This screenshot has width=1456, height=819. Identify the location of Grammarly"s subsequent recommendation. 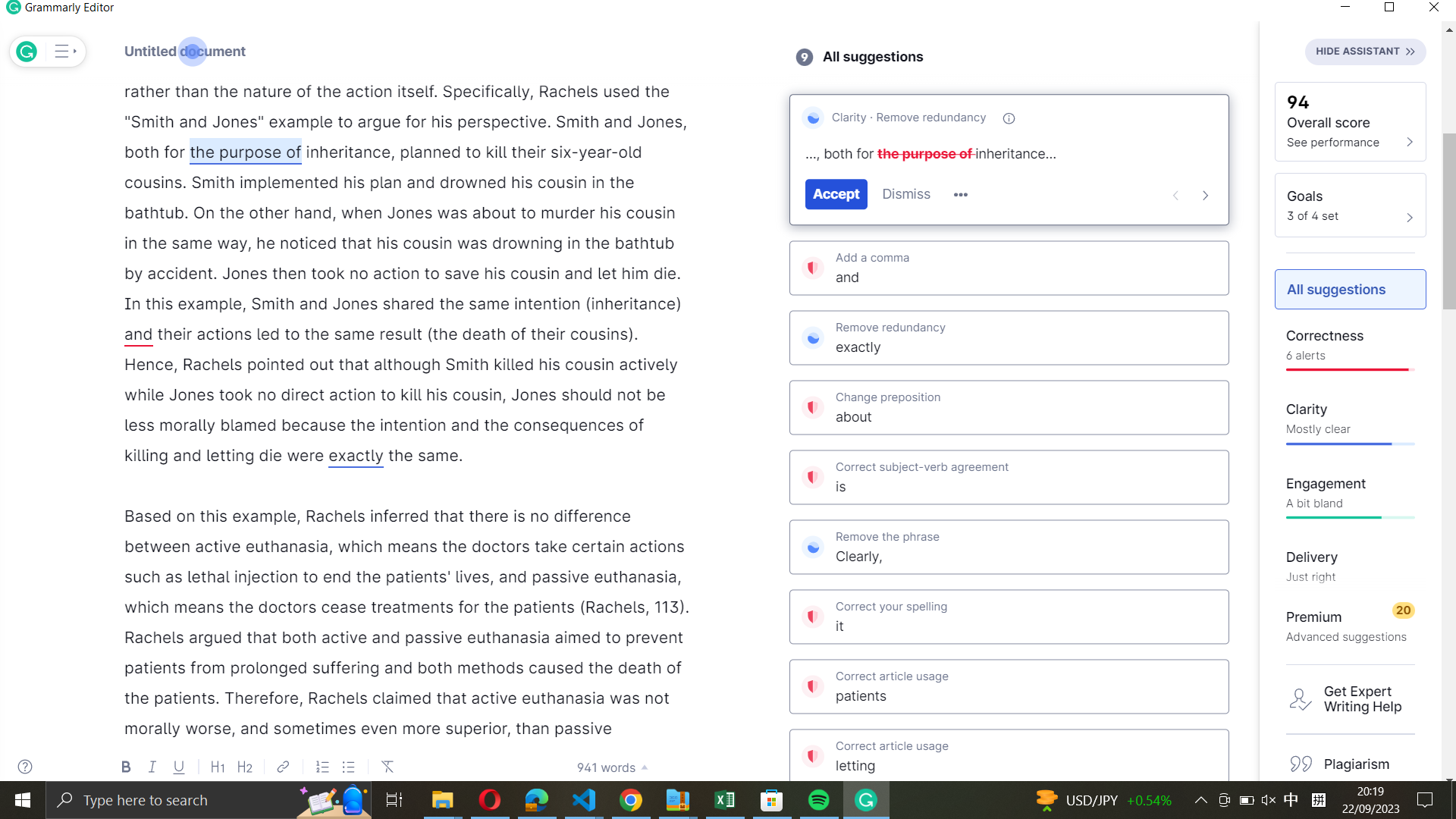
(1205, 193).